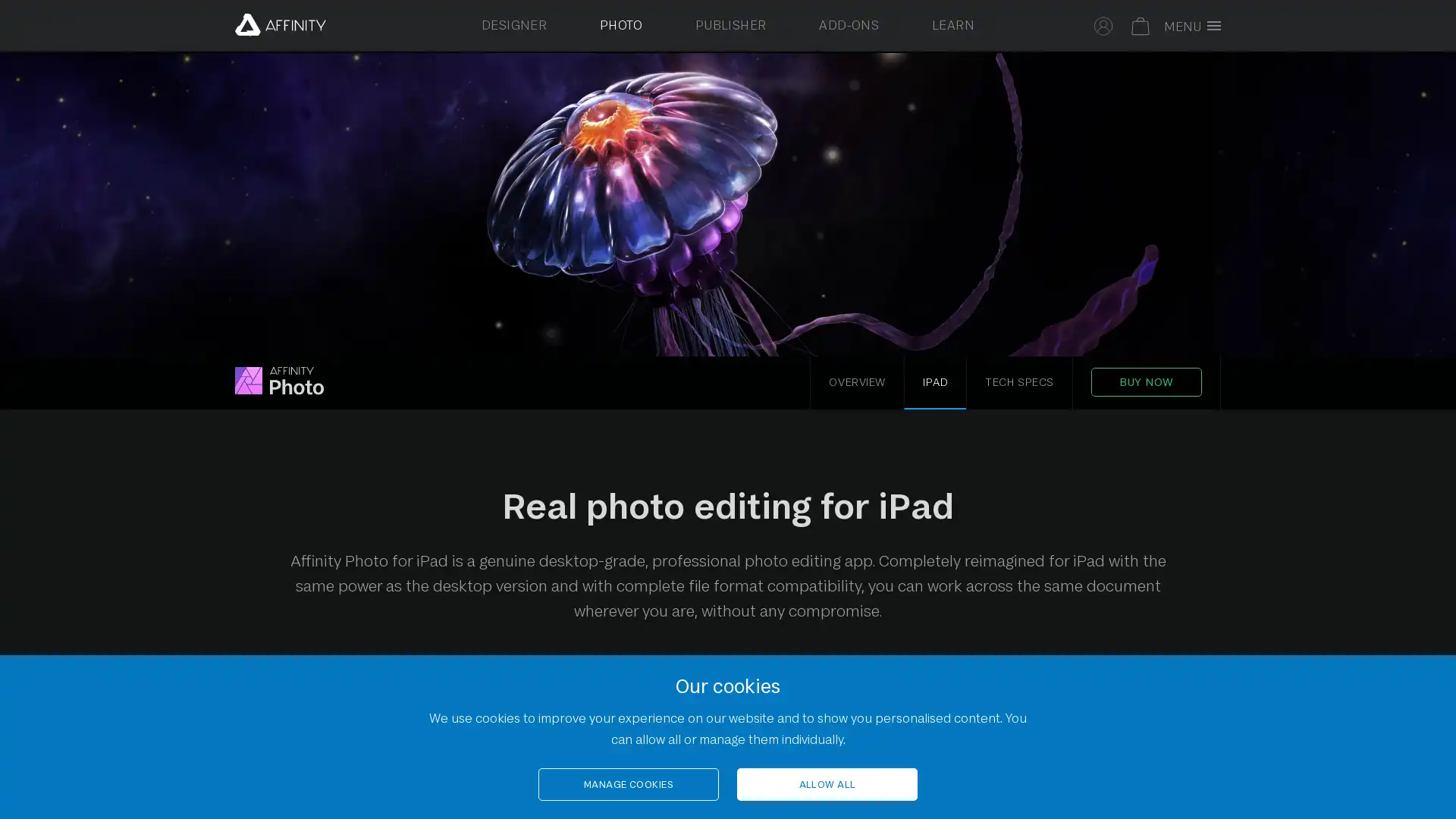  Describe the element at coordinates (1196, 26) in the screenshot. I see `Toggle full screen menu` at that location.